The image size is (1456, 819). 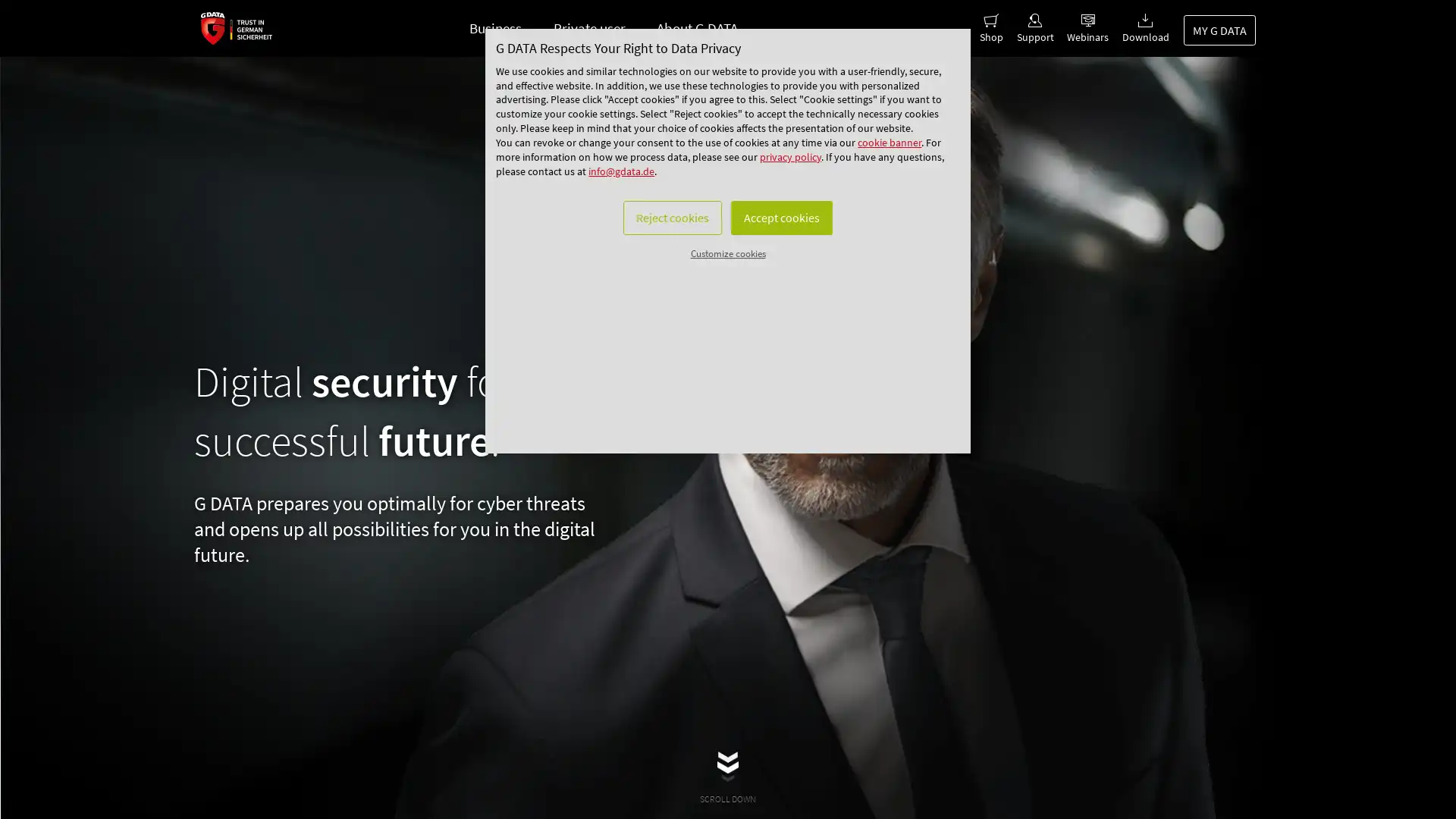 What do you see at coordinates (658, 300) in the screenshot?
I see `Reject cookies` at bounding box center [658, 300].